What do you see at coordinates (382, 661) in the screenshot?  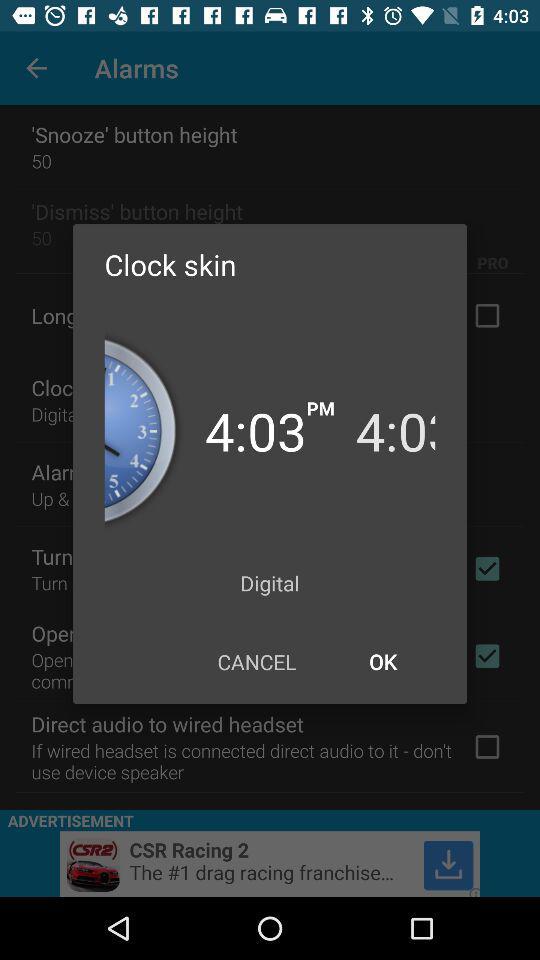 I see `item below the digital item` at bounding box center [382, 661].